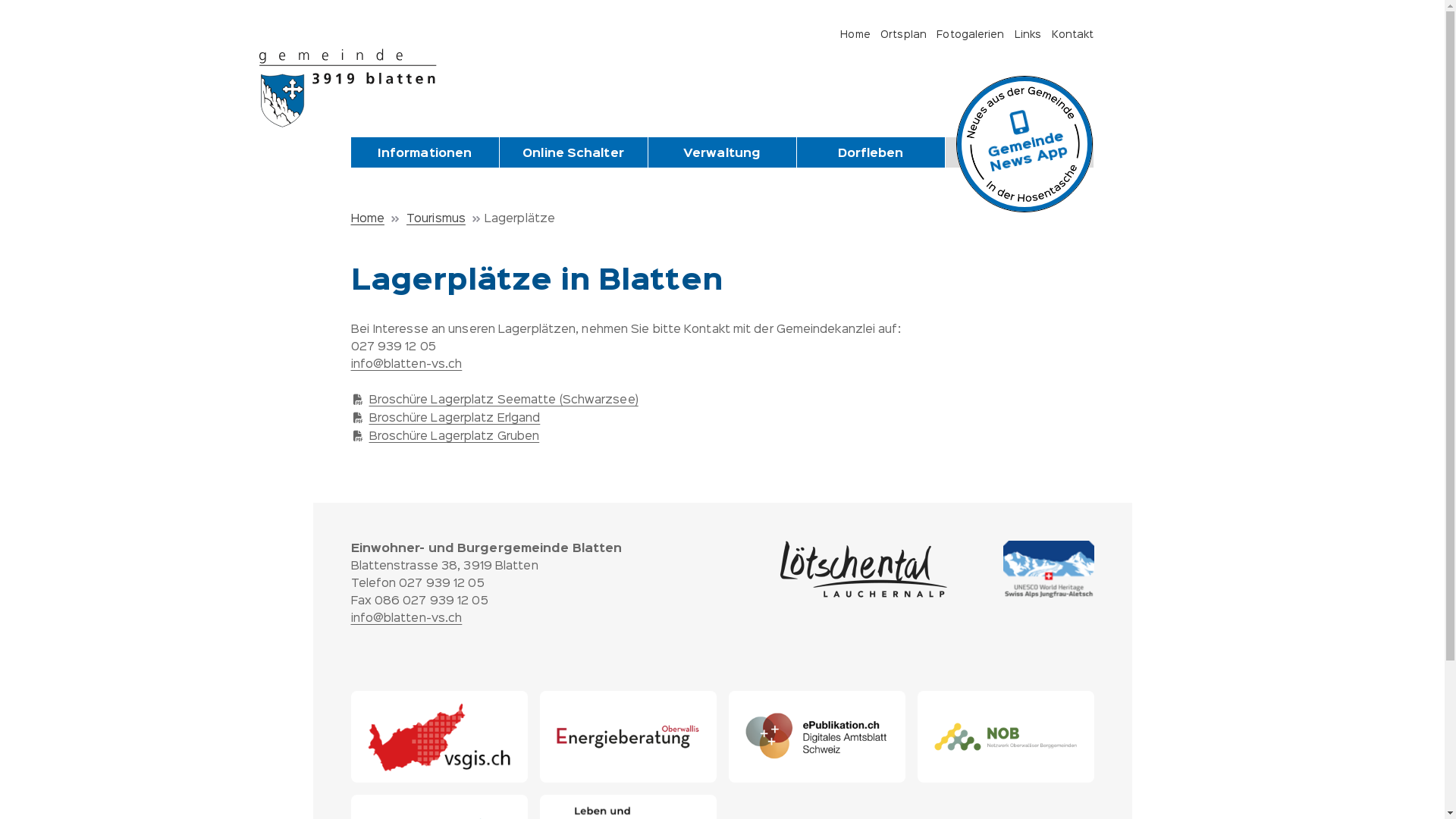 This screenshot has width=1456, height=819. Describe the element at coordinates (1072, 34) in the screenshot. I see `'Kontakt'` at that location.